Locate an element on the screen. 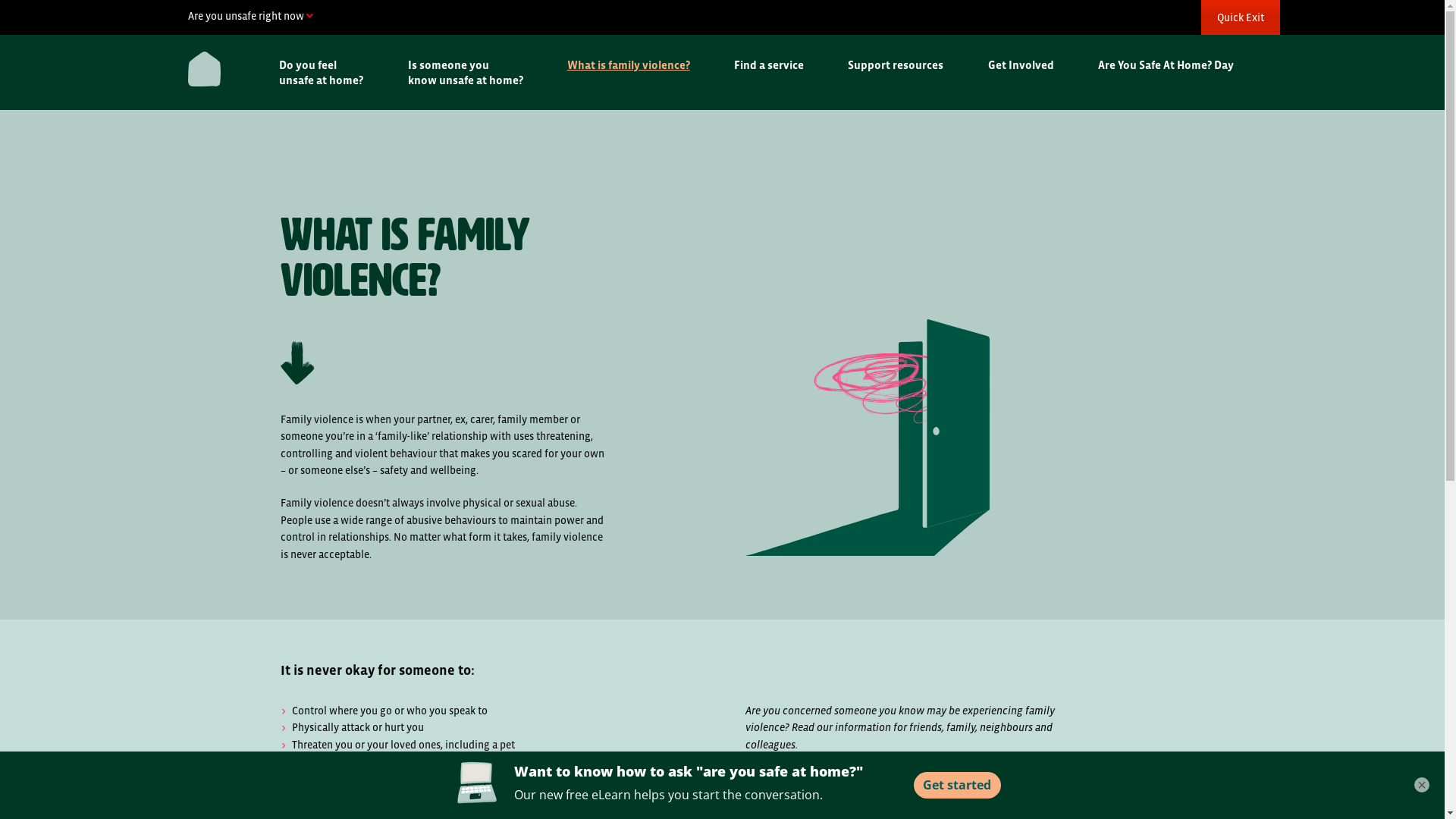  'Support resources' is located at coordinates (902, 64).